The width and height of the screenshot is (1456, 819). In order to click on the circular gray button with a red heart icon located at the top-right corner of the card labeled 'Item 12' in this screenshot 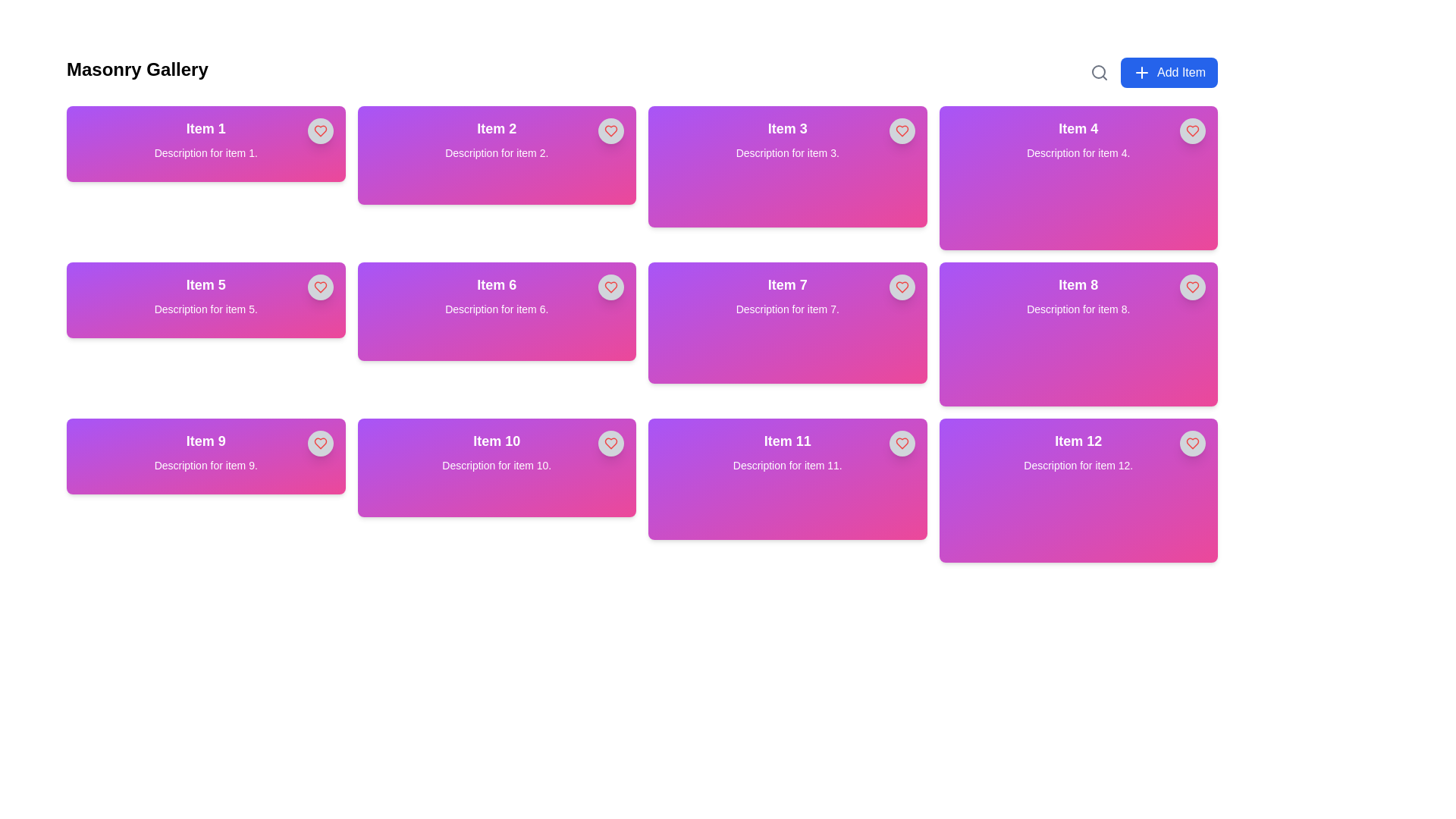, I will do `click(1192, 444)`.